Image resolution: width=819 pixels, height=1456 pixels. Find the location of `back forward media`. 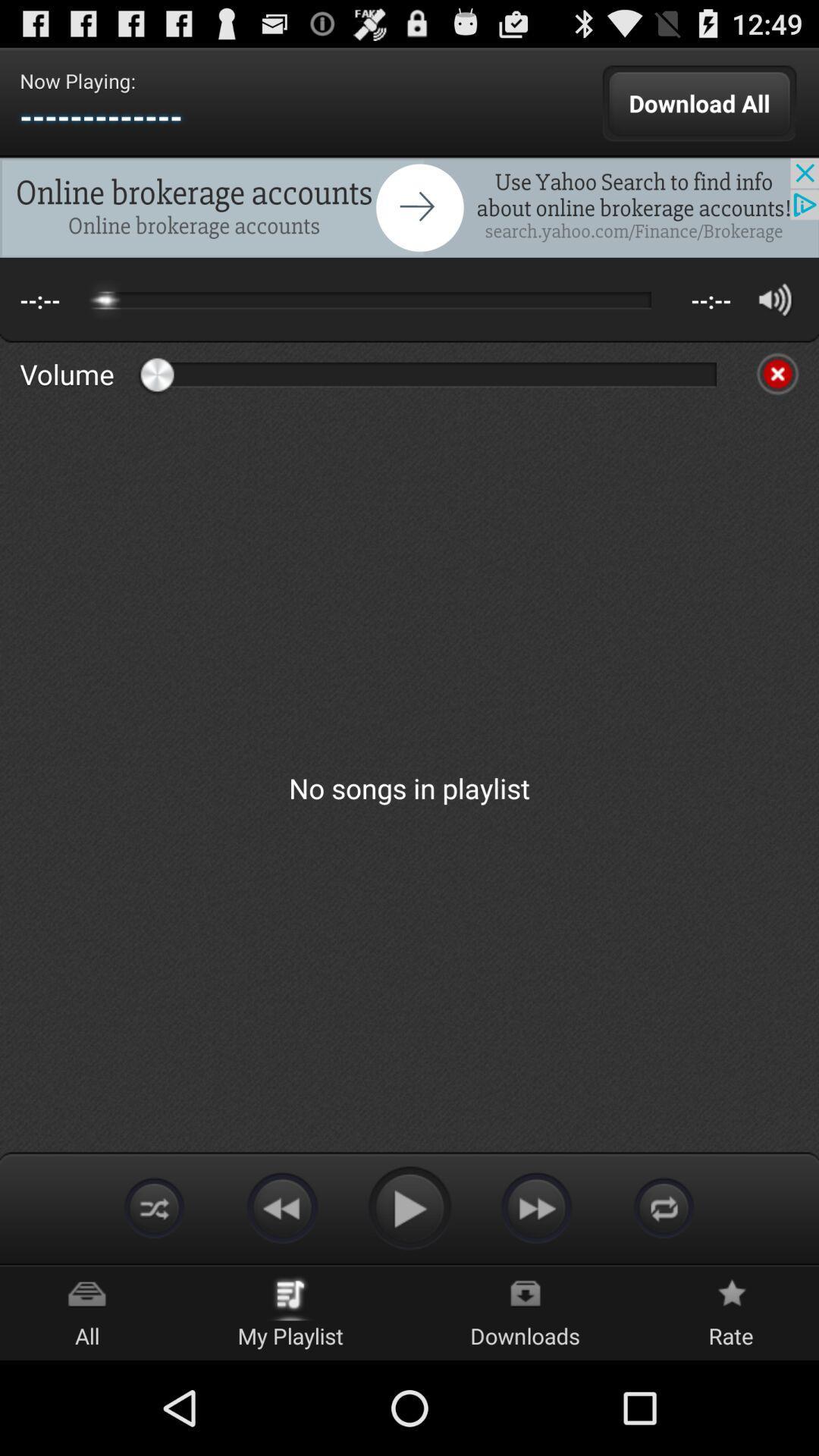

back forward media is located at coordinates (281, 1207).